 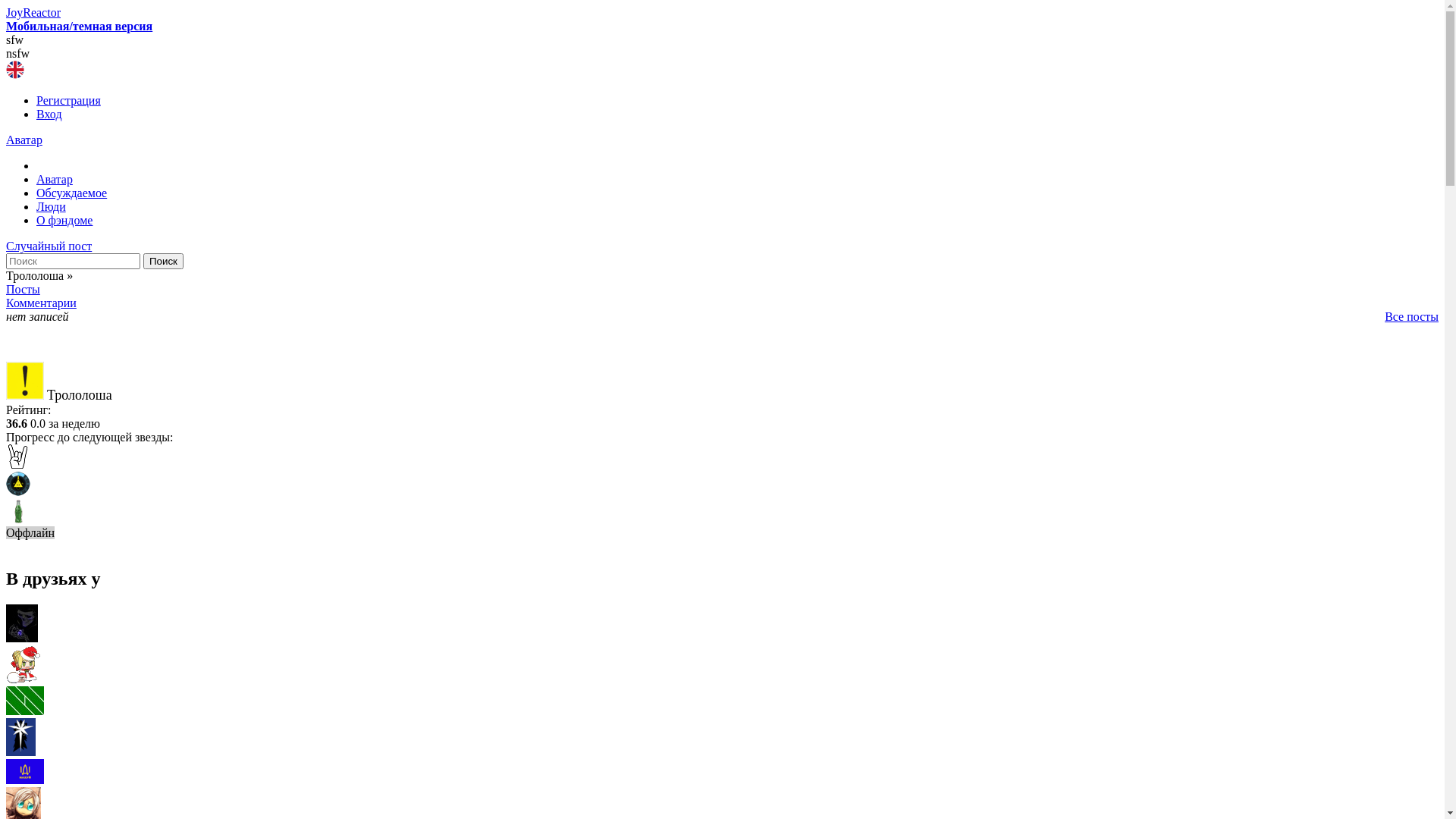 I want to click on 'JoyReactor', so click(x=33, y=12).